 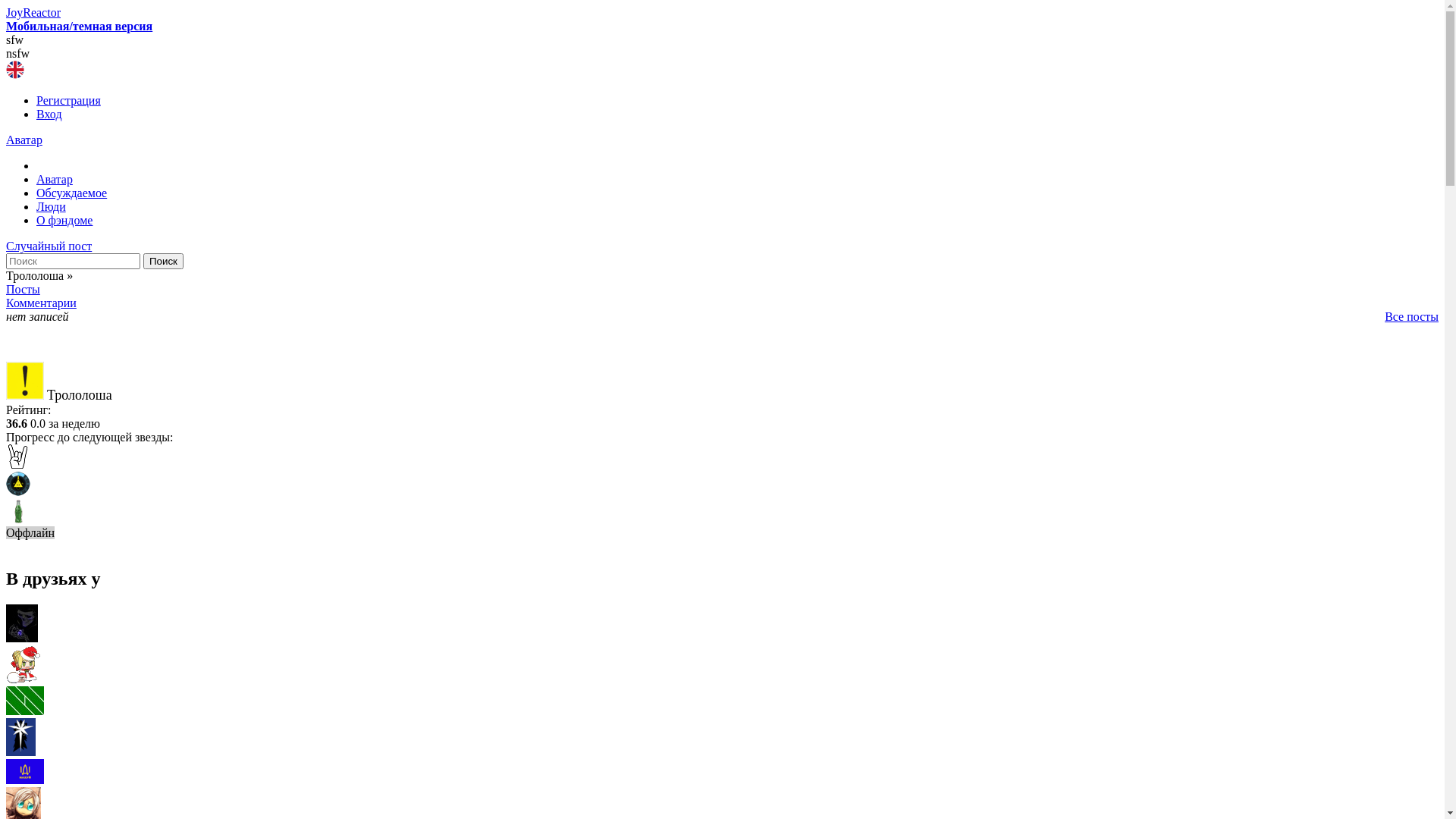 I want to click on 'JoyReactor', so click(x=33, y=12).